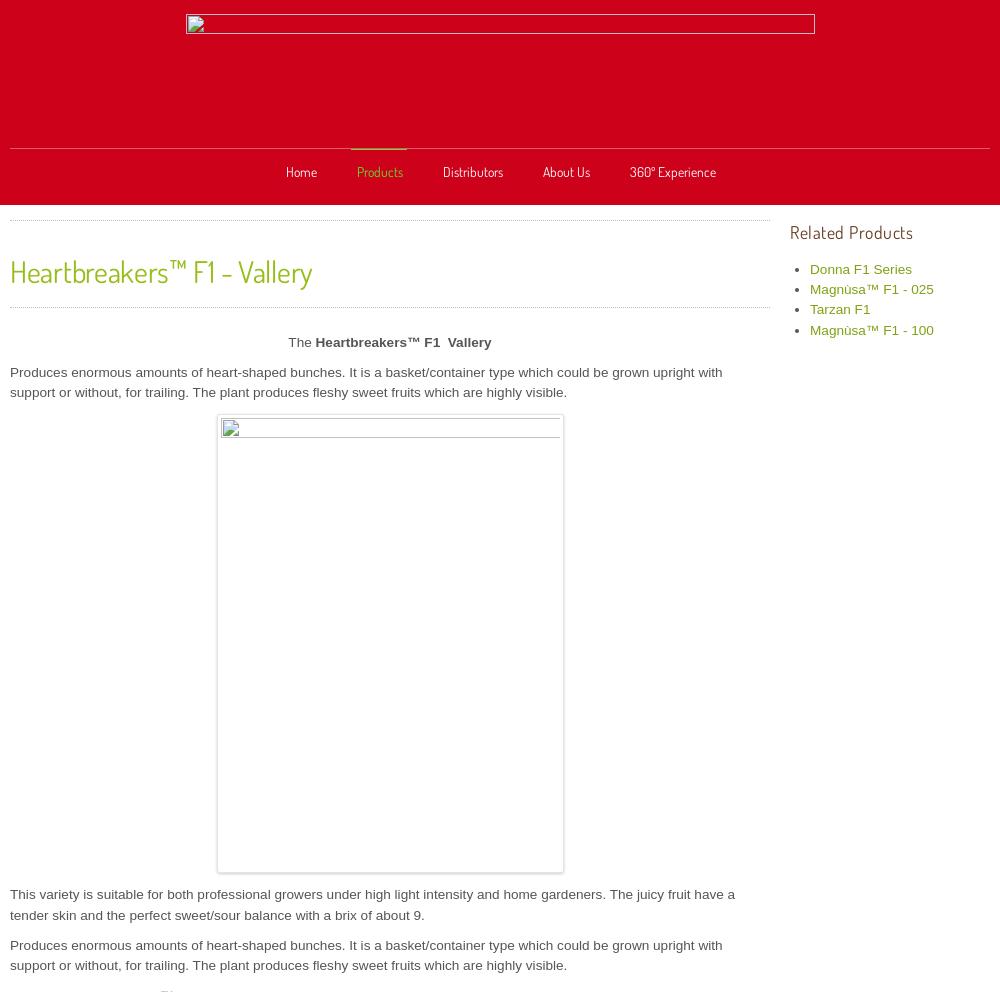 Image resolution: width=1000 pixels, height=992 pixels. What do you see at coordinates (810, 287) in the screenshot?
I see `'Magnùsa™ F1 - 025'` at bounding box center [810, 287].